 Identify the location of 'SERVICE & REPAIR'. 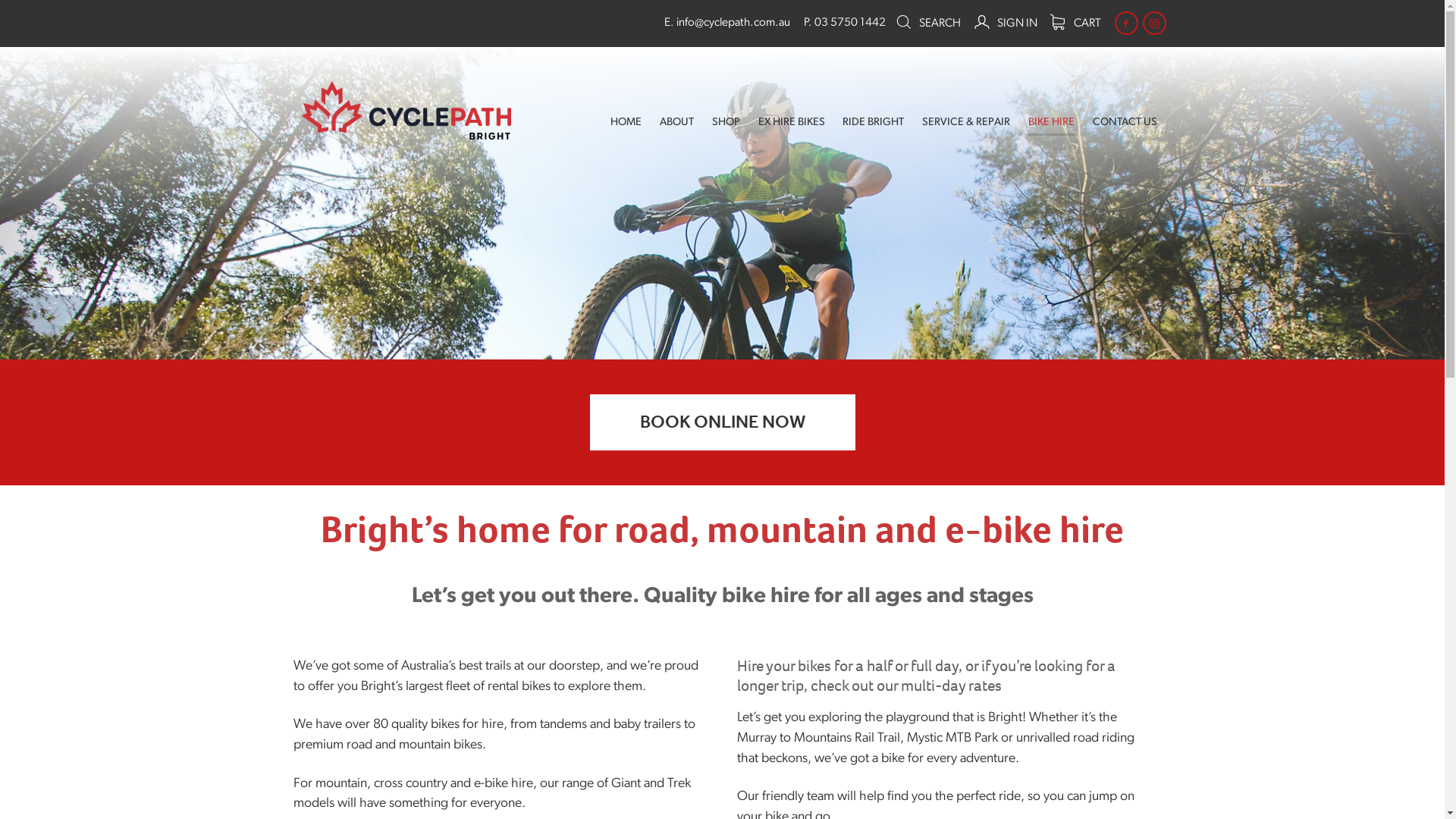
(965, 122).